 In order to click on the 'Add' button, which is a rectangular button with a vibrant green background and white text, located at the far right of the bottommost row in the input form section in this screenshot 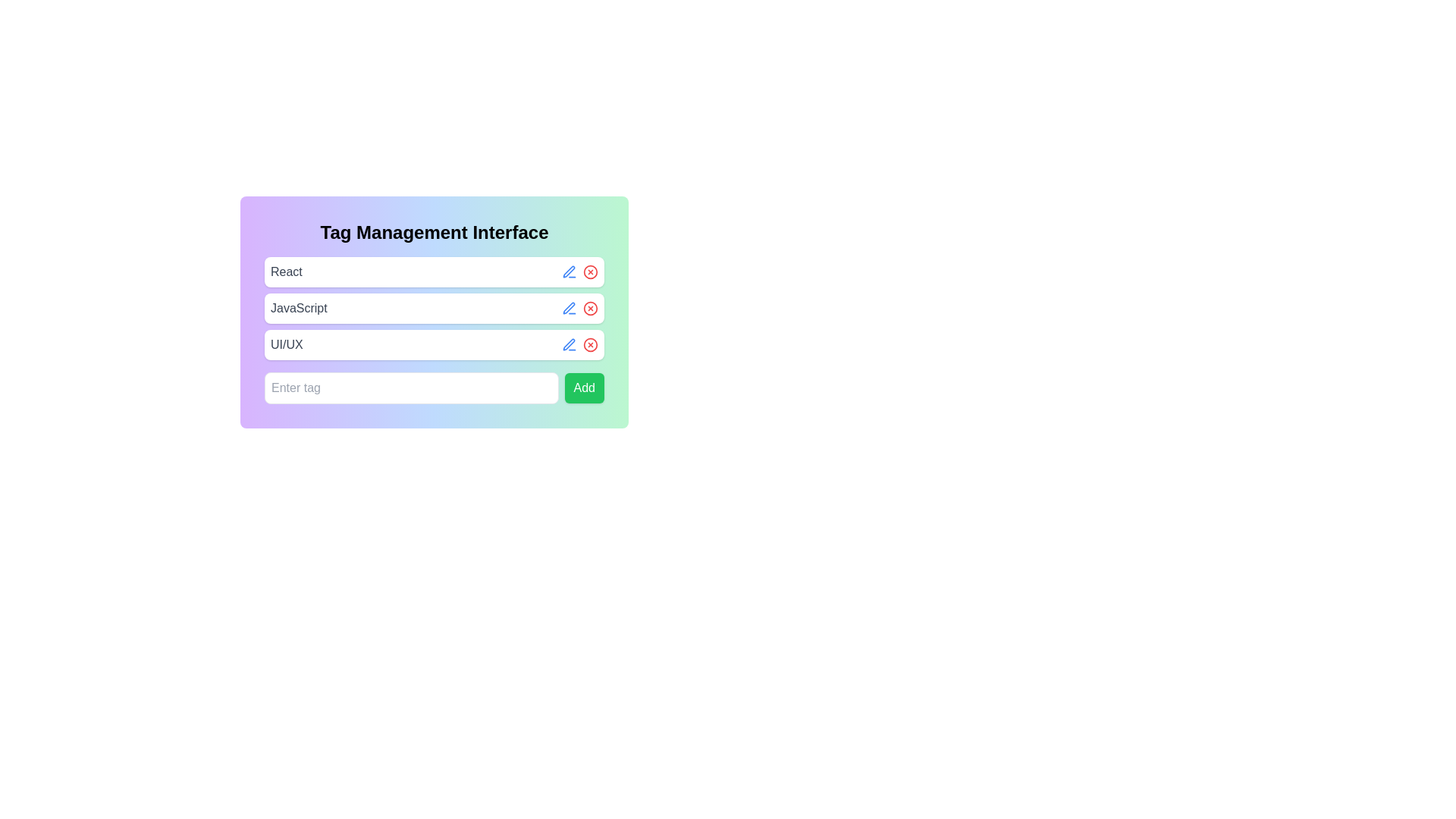, I will do `click(583, 388)`.